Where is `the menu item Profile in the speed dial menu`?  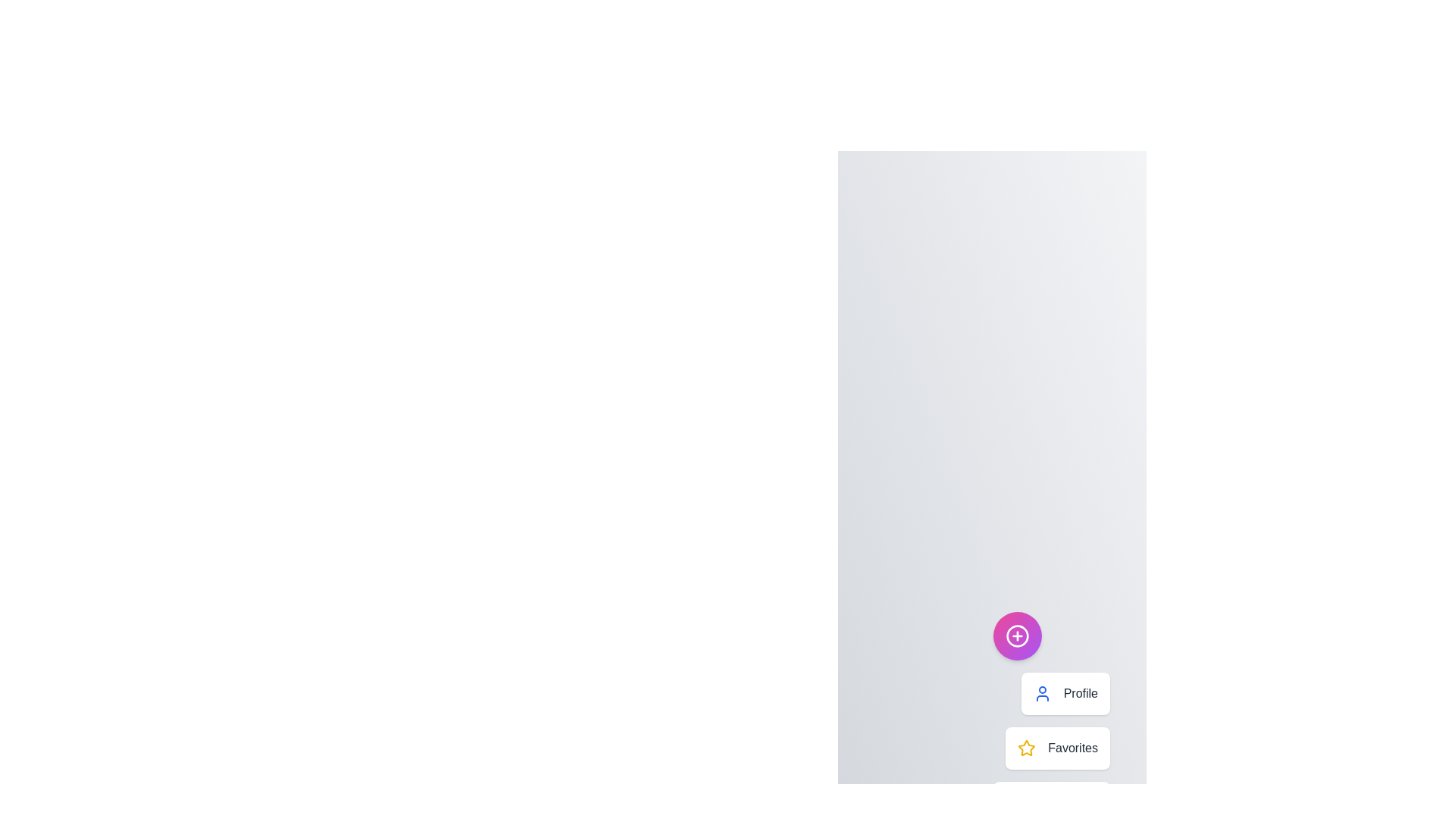 the menu item Profile in the speed dial menu is located at coordinates (1065, 693).